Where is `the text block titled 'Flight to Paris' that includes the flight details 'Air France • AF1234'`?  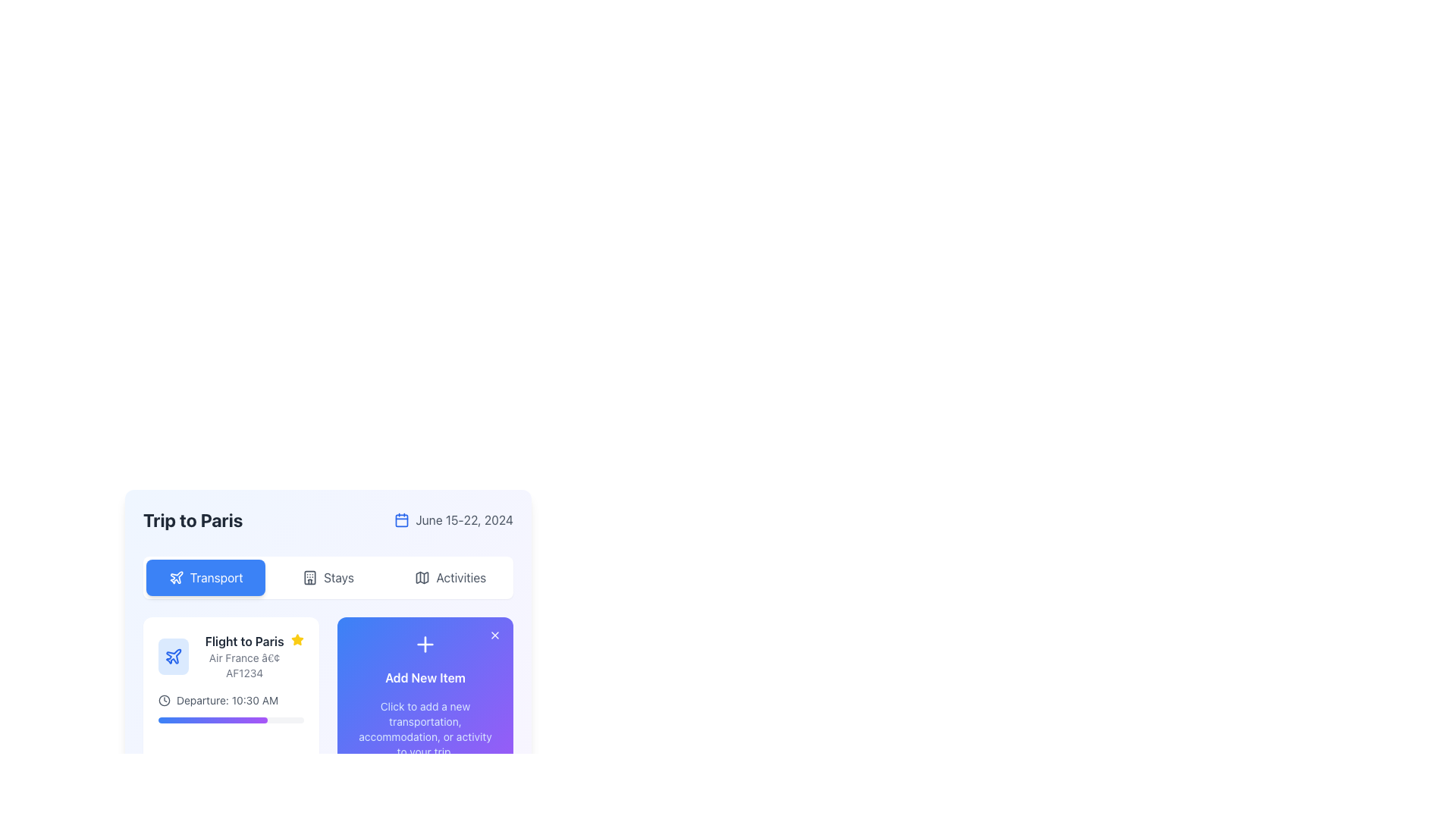
the text block titled 'Flight to Paris' that includes the flight details 'Air France • AF1234' is located at coordinates (224, 656).